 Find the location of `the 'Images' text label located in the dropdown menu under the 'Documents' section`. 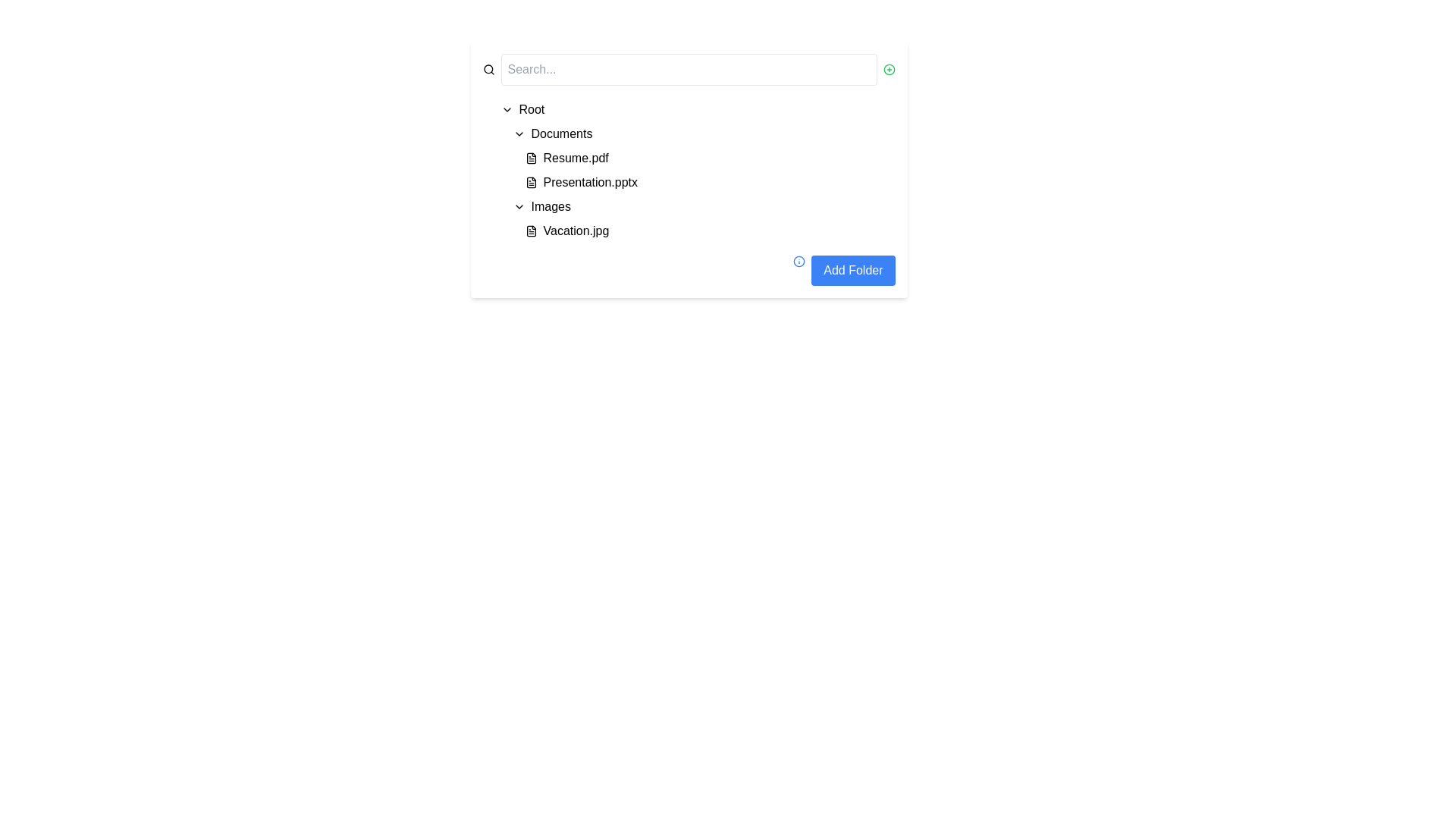

the 'Images' text label located in the dropdown menu under the 'Documents' section is located at coordinates (550, 207).